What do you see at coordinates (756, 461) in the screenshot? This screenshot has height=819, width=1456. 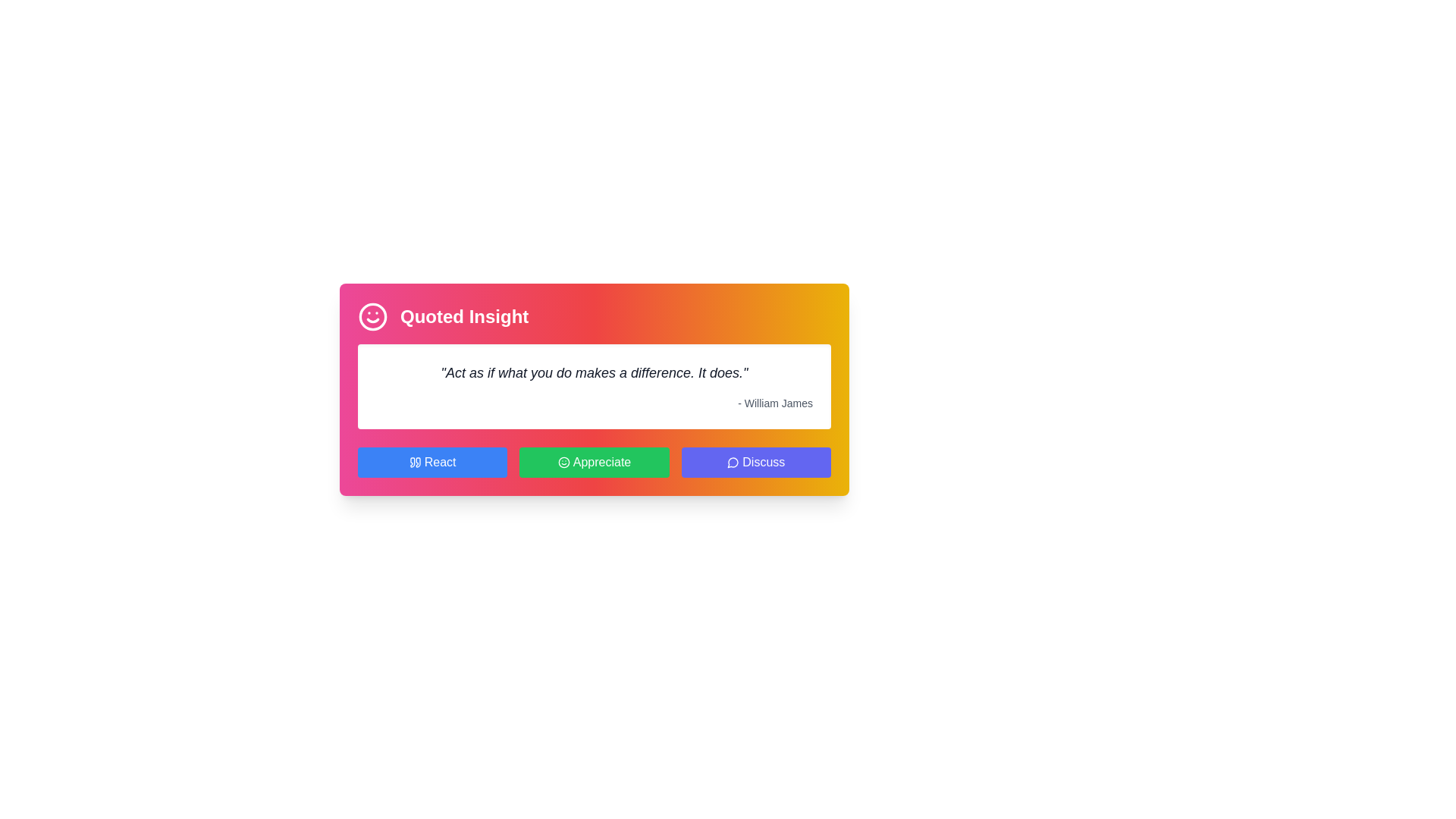 I see `the 'Discuss' button, which is the third button in a row of three, featuring a speech bubble icon and a bold white label on an indigo background, to initiate discussions` at bounding box center [756, 461].